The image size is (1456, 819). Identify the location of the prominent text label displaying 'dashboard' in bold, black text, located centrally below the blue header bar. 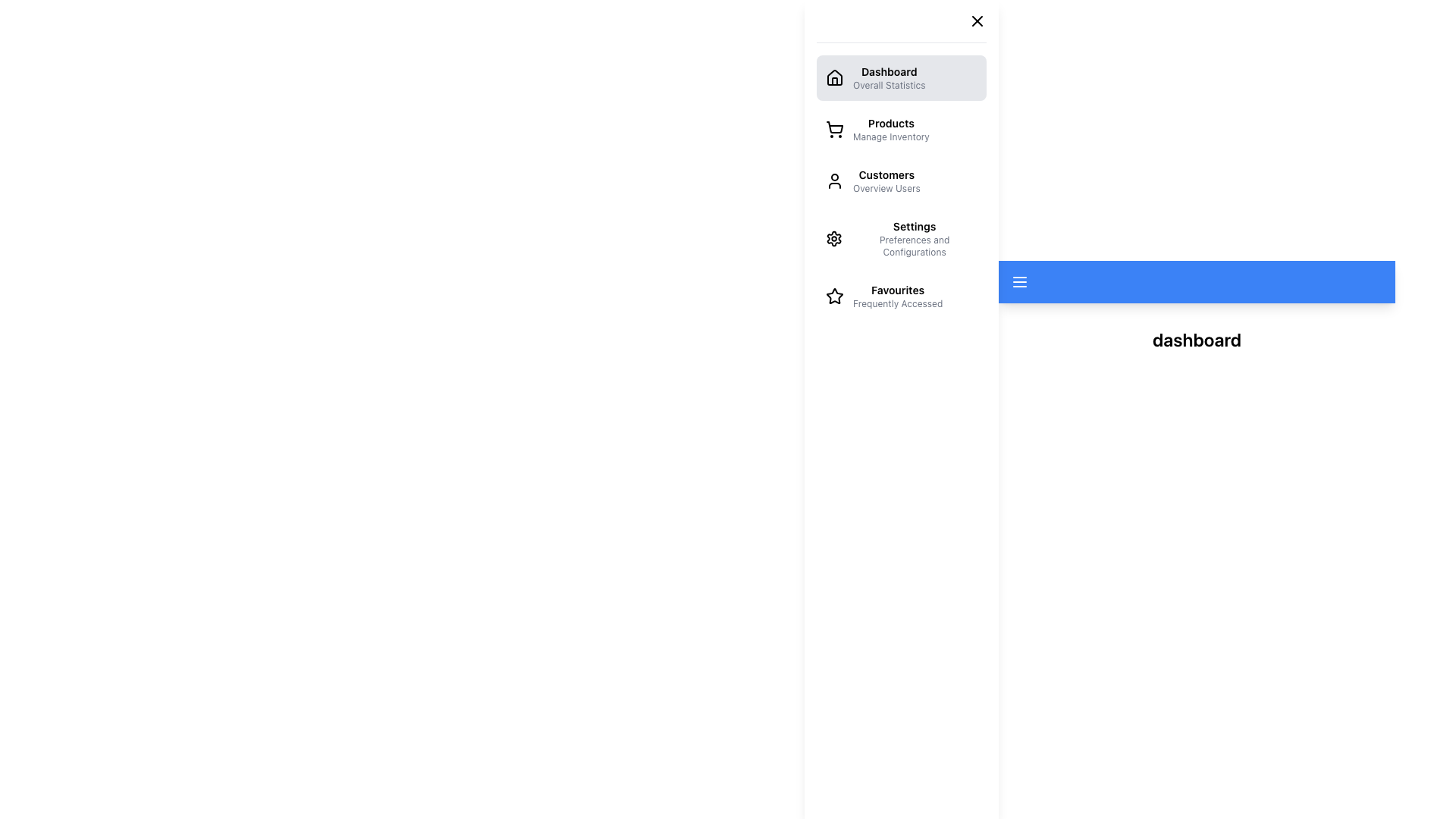
(1196, 338).